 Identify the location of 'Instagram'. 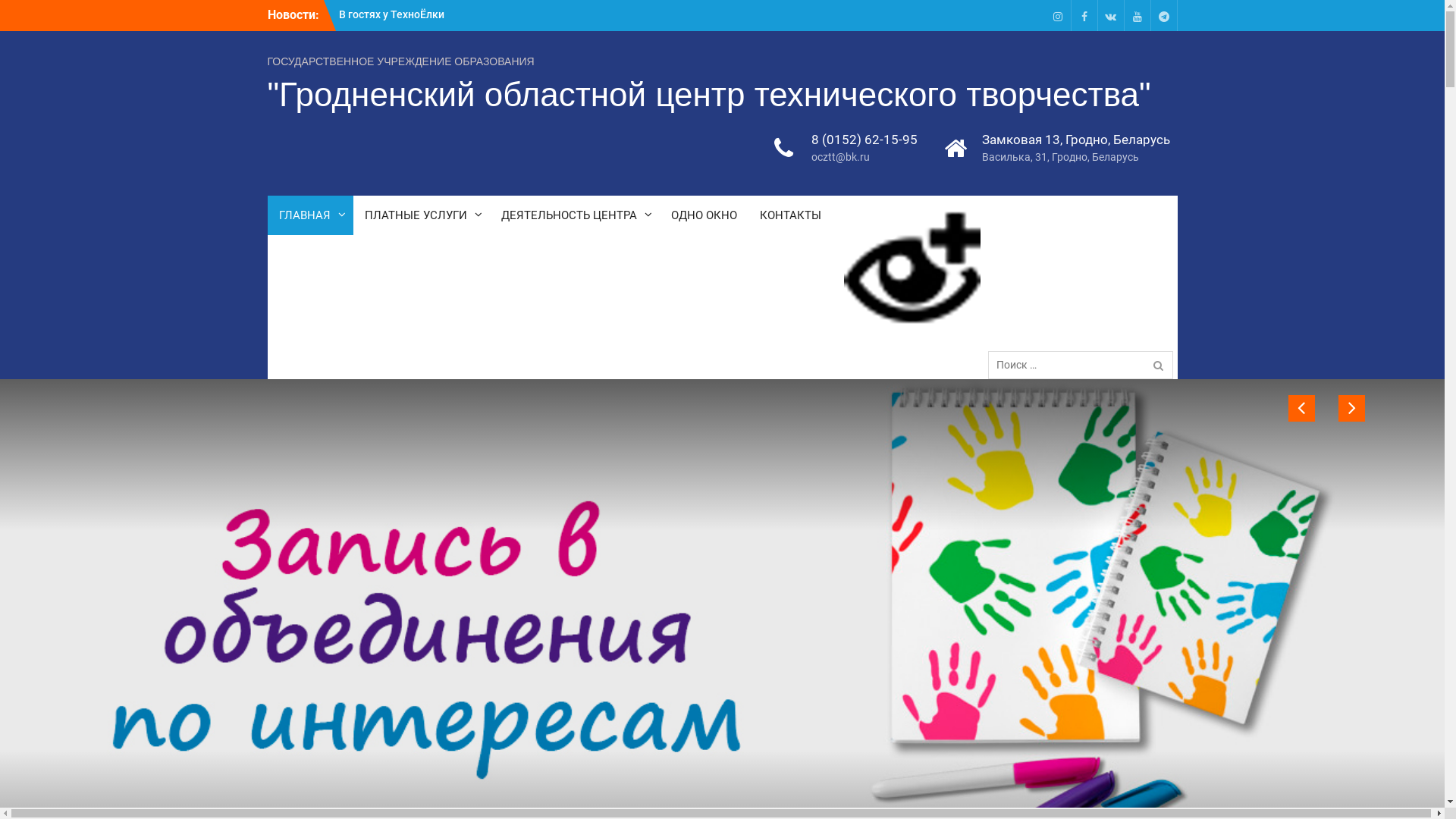
(1048, 15).